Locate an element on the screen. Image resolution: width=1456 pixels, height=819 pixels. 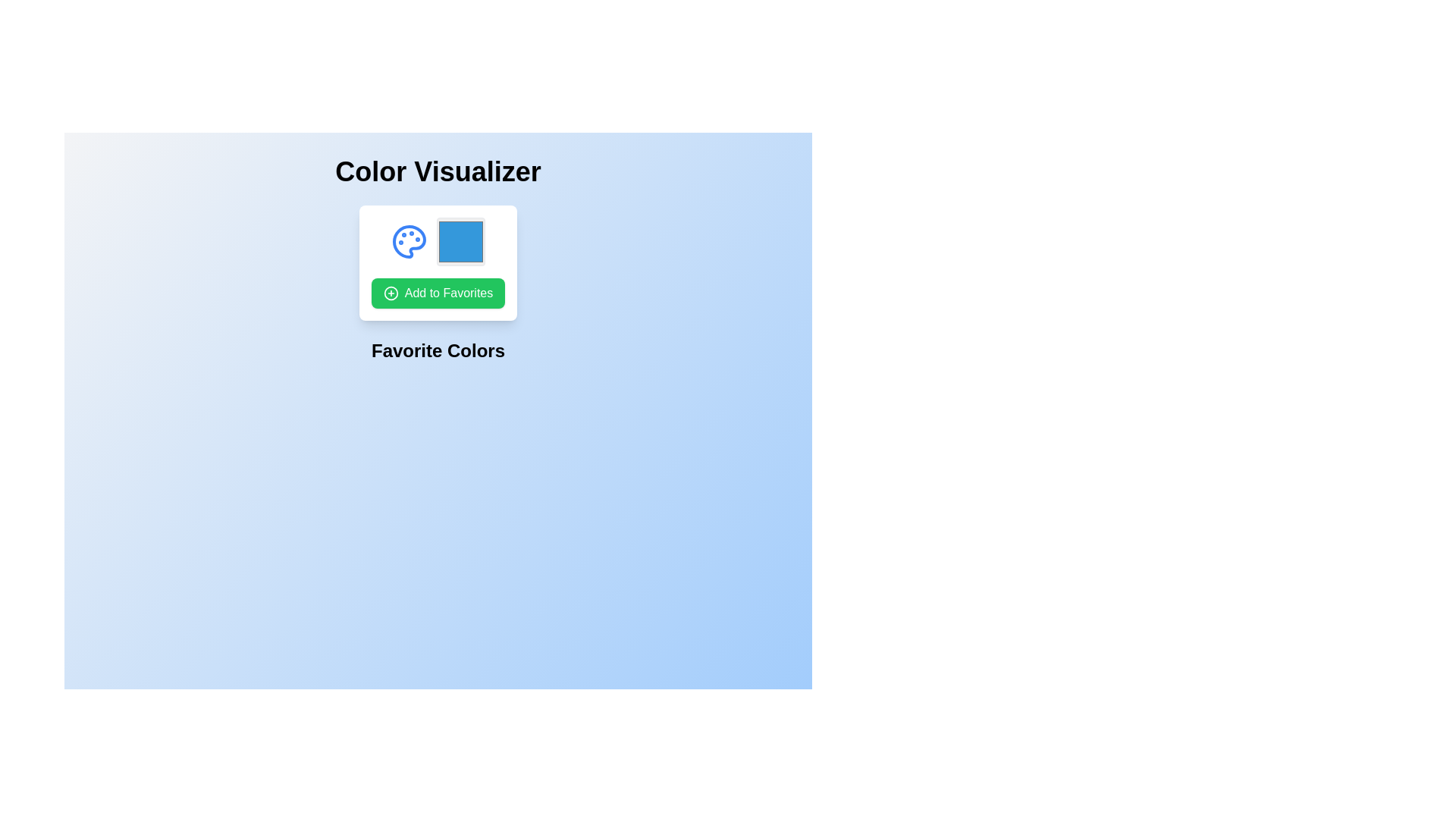
the blue color display box with rounded corners, located is located at coordinates (437, 241).